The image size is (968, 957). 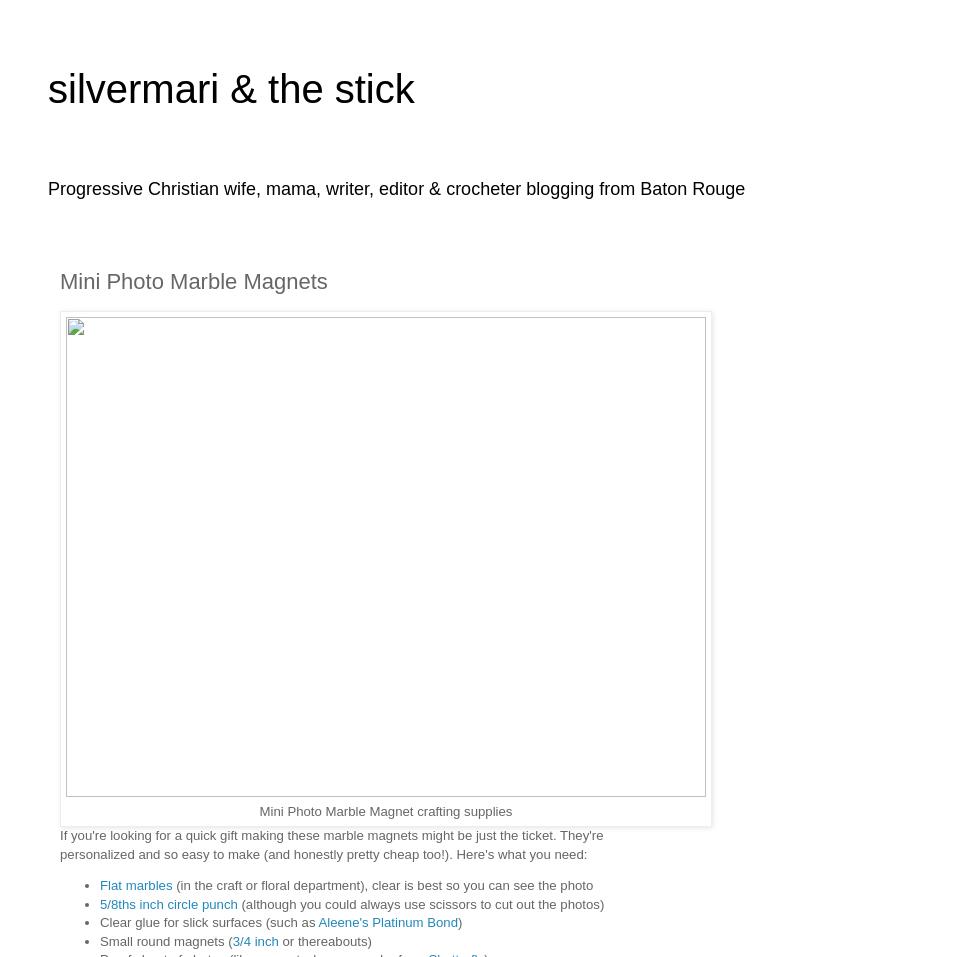 I want to click on 'or thereabouts)', so click(x=324, y=940).